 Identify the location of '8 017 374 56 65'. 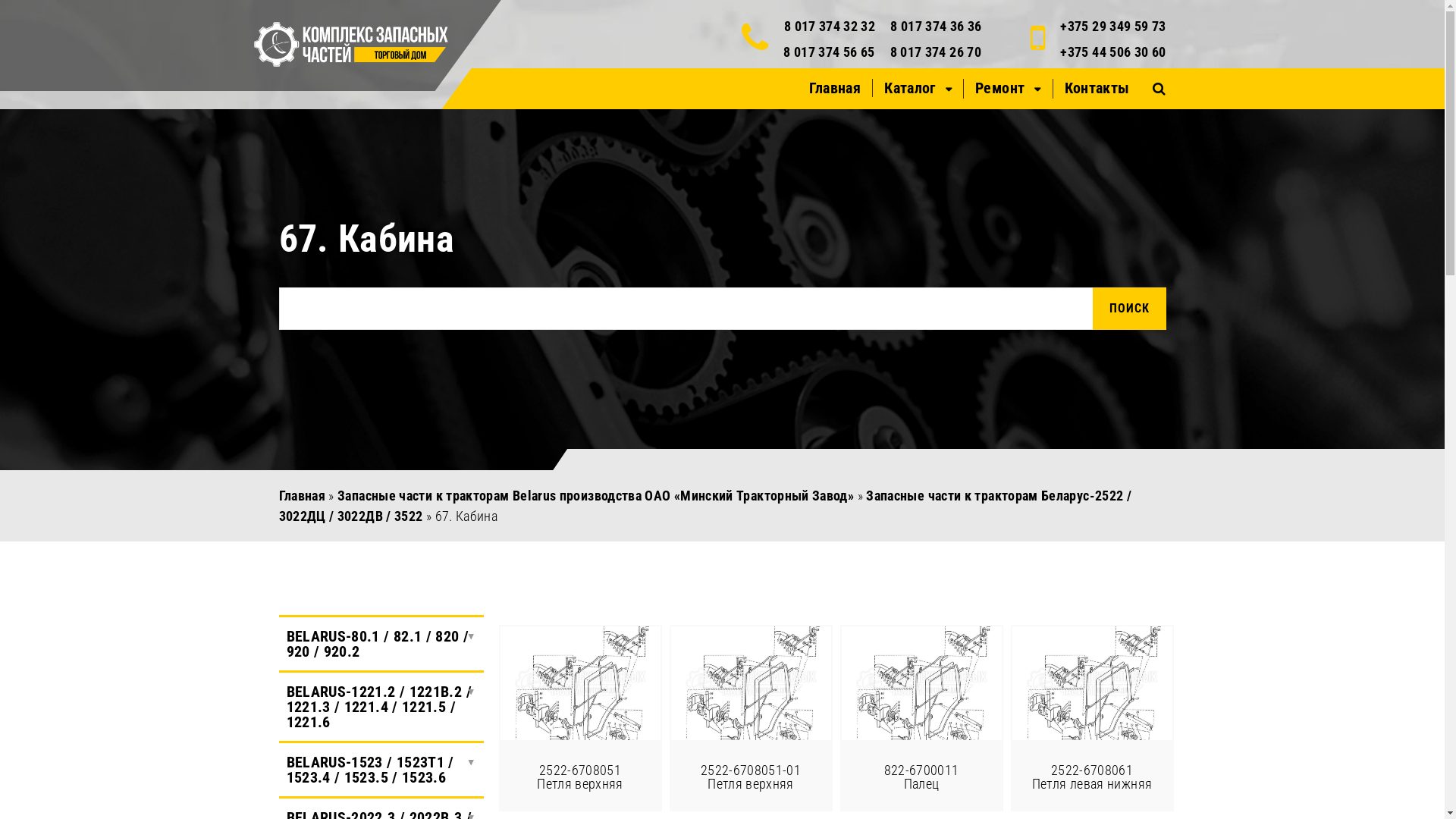
(828, 51).